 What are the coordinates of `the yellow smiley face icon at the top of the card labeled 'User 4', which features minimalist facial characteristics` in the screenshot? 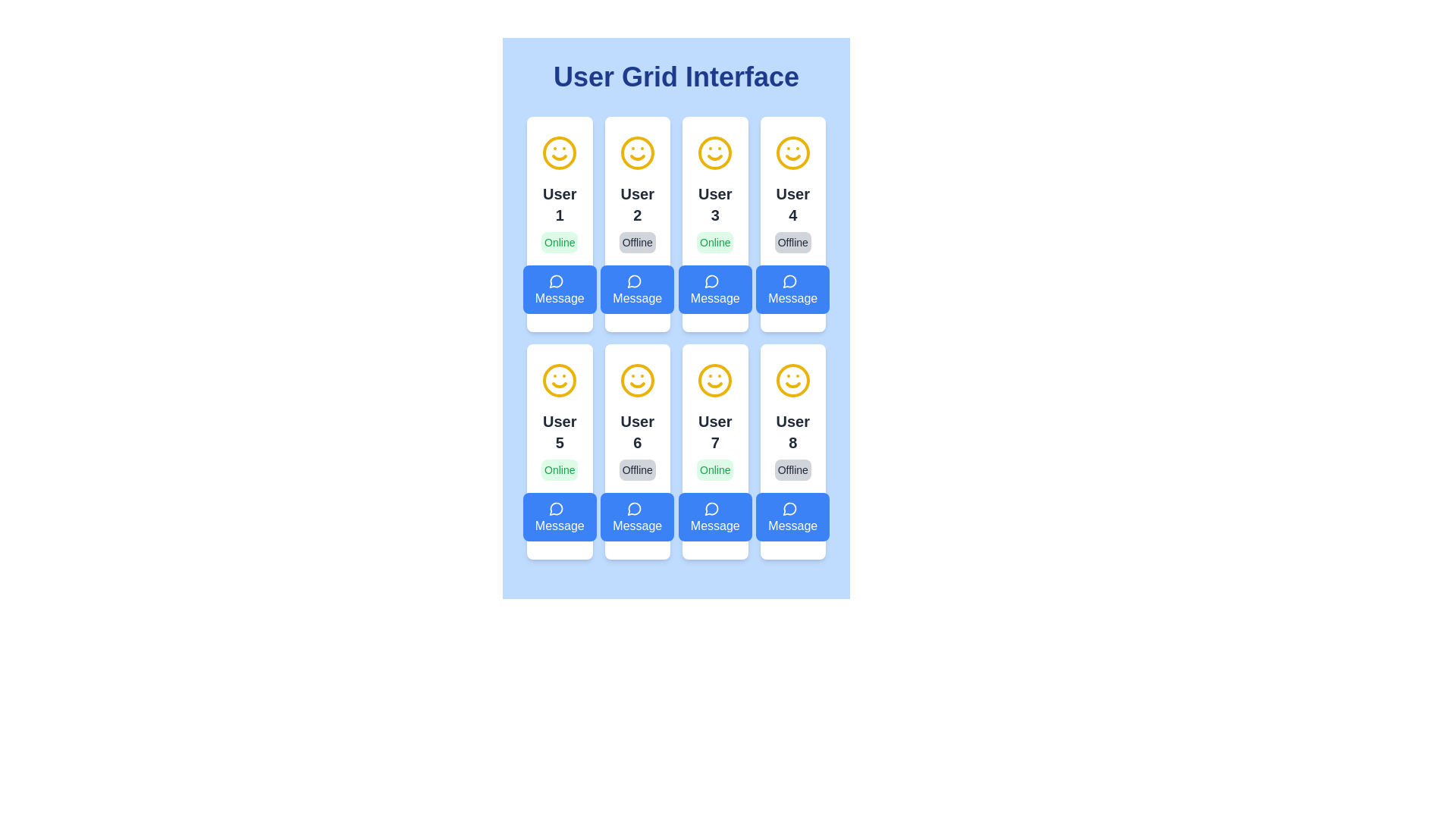 It's located at (792, 152).